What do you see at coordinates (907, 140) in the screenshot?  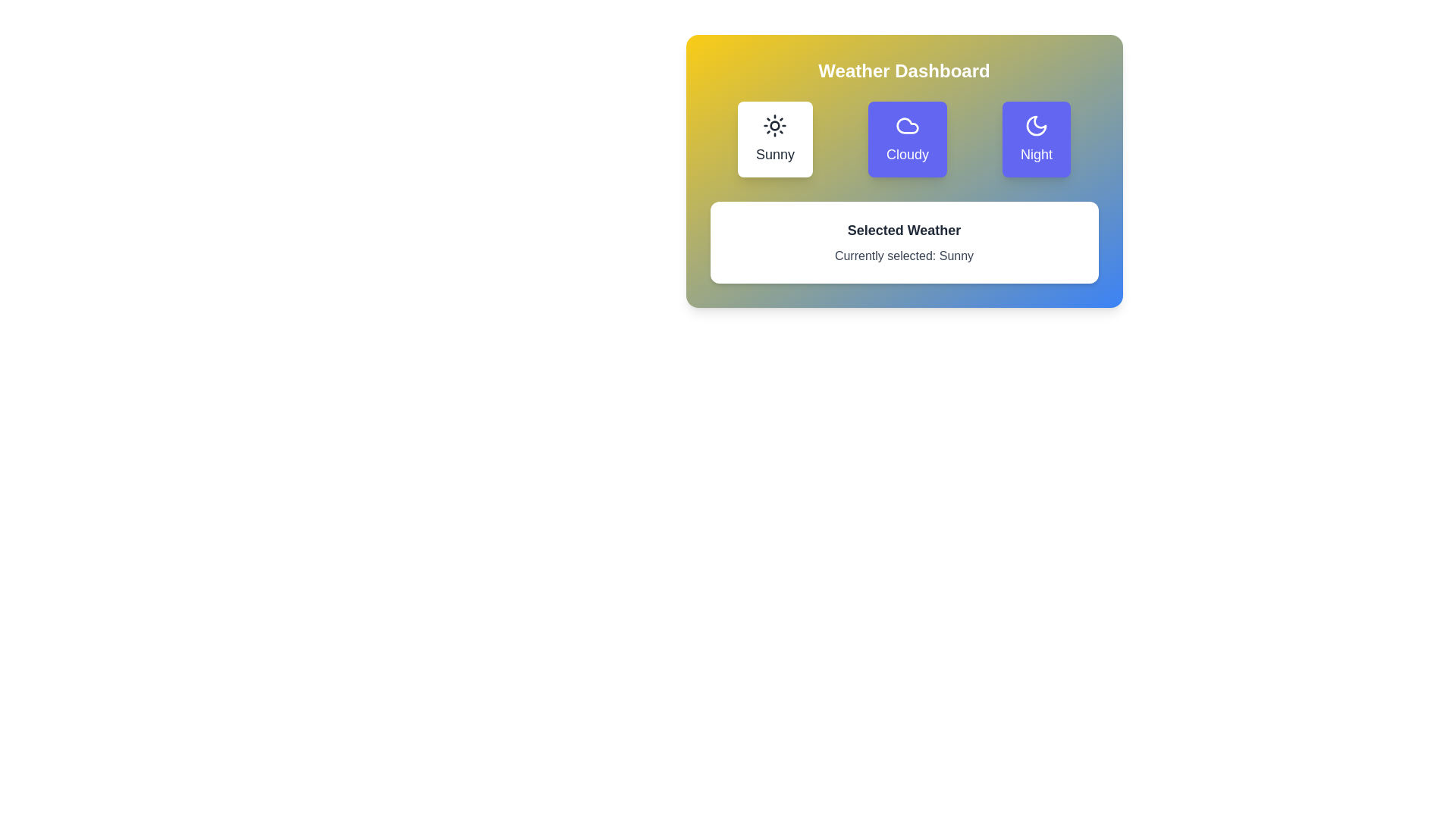 I see `the 'Cloudy' weather button in the Weather Dashboard` at bounding box center [907, 140].